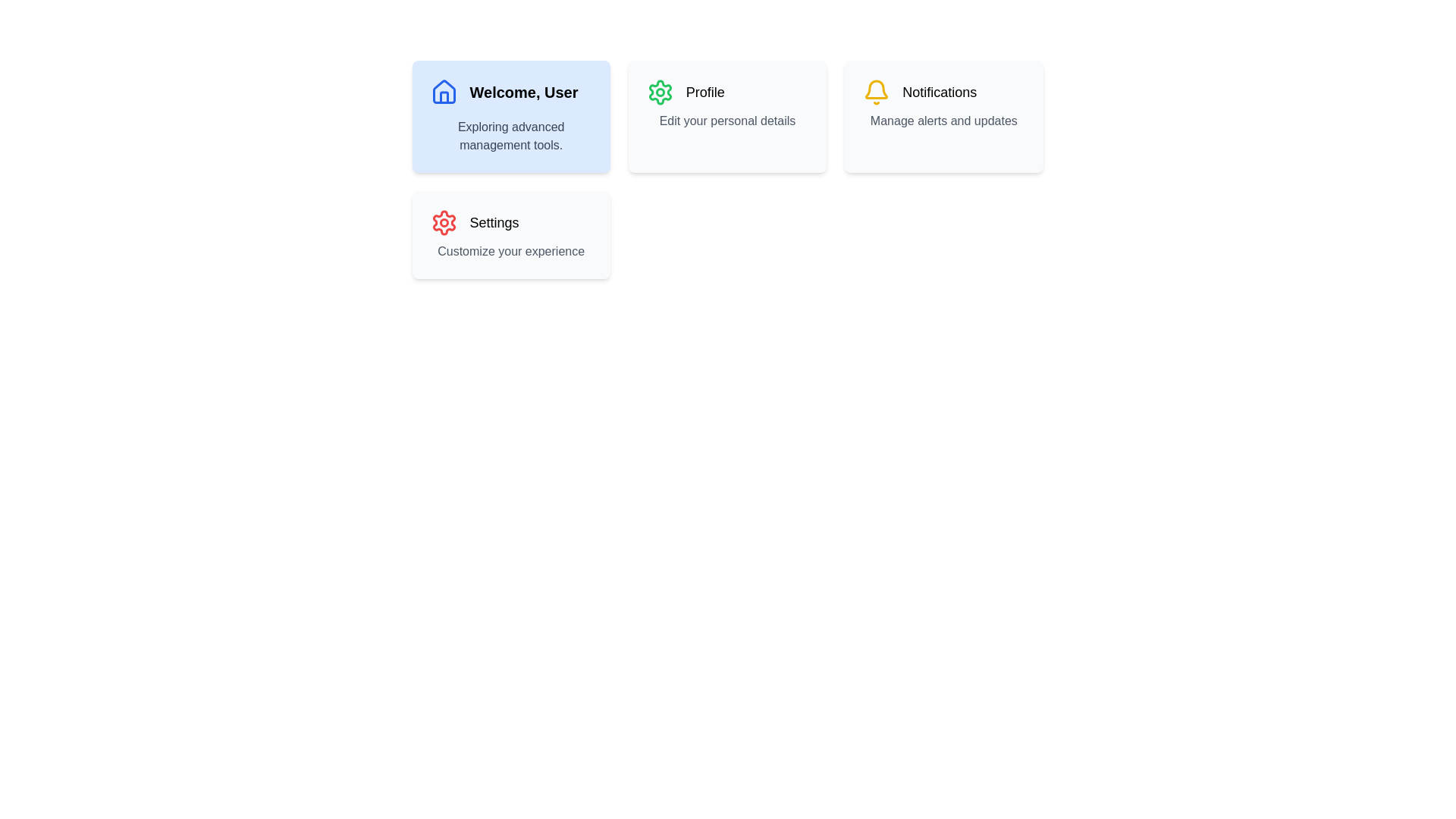 The height and width of the screenshot is (819, 1456). Describe the element at coordinates (726, 120) in the screenshot. I see `the supplementary information text located beneath the heading 'Profile' in the profile section panel` at that location.